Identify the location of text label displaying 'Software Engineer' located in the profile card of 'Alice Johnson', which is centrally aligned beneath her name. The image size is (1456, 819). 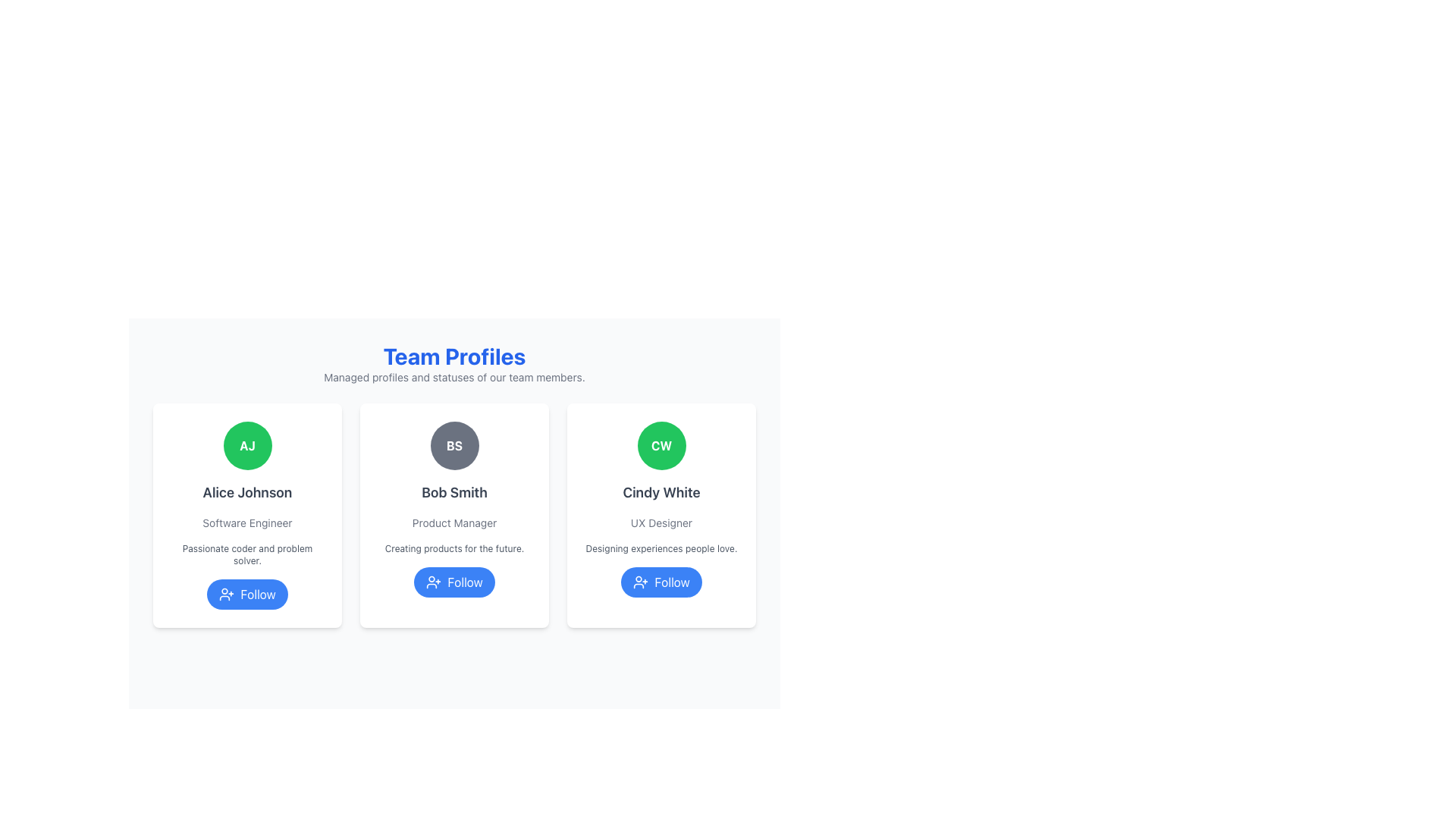
(247, 522).